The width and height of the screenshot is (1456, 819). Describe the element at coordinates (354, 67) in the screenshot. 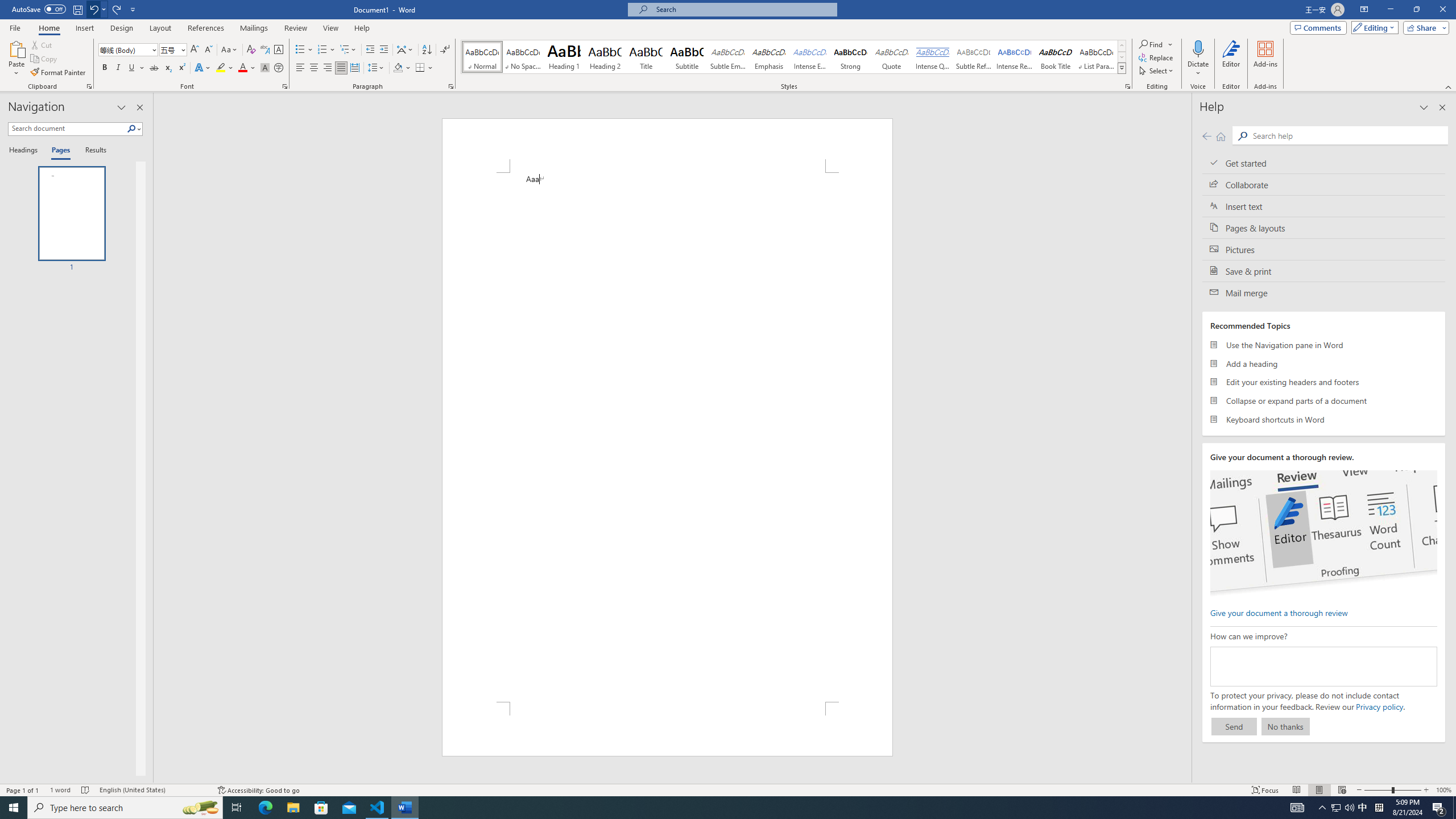

I see `'Distributed'` at that location.